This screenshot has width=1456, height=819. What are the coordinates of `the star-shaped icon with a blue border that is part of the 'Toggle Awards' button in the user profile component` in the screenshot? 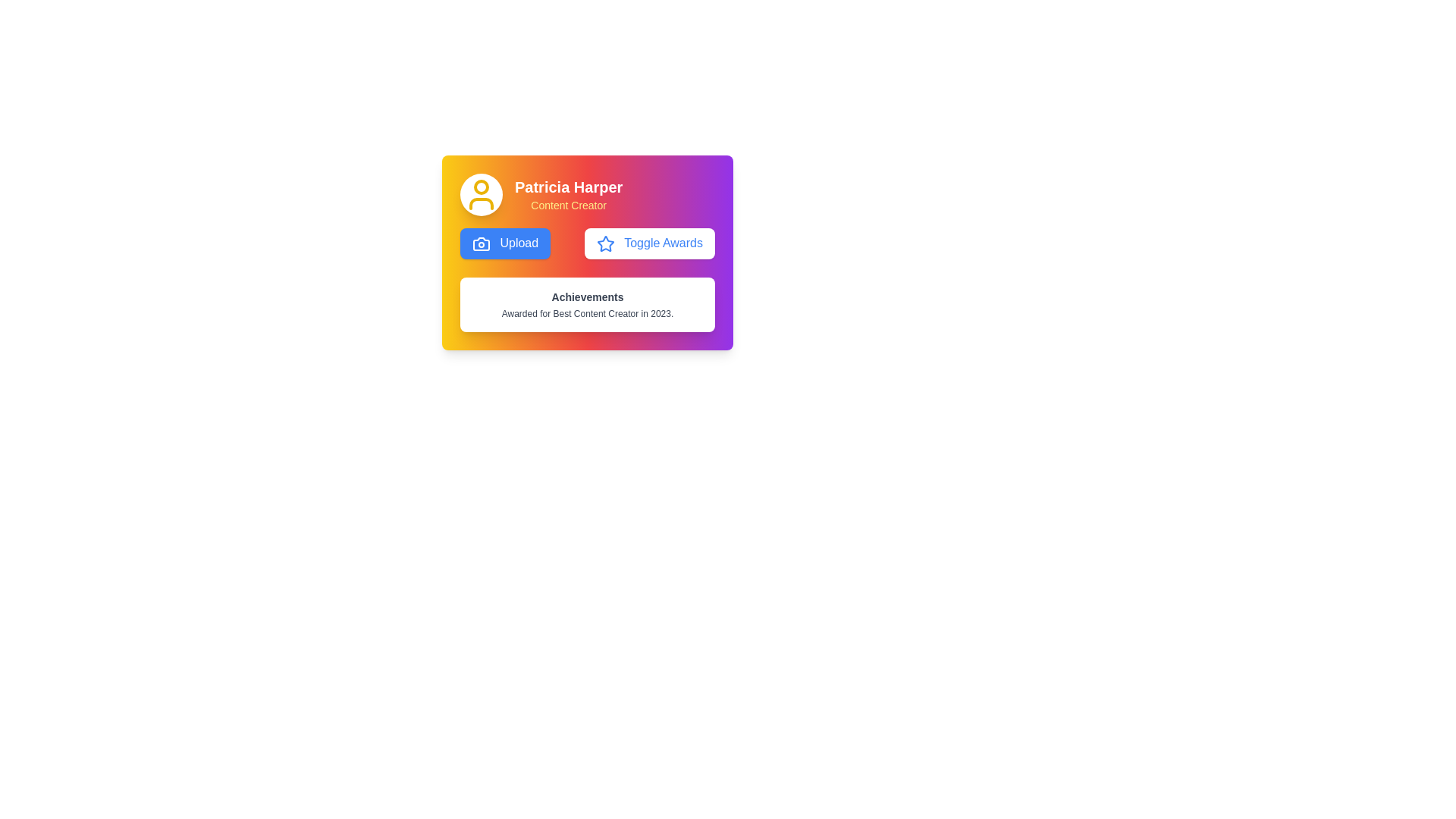 It's located at (605, 243).